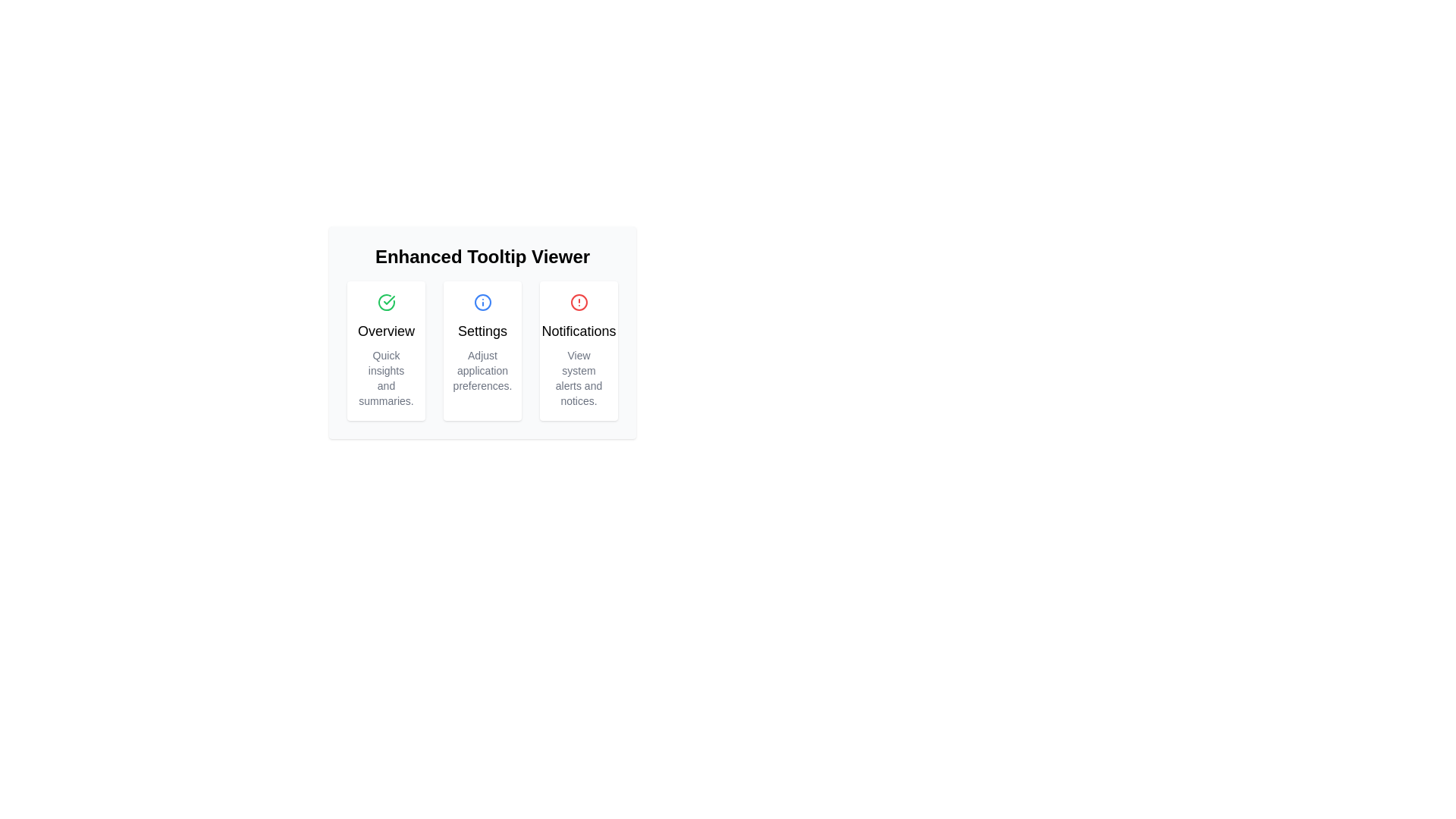  What do you see at coordinates (386, 377) in the screenshot?
I see `text label located at the bottom of the 'Overview' card, which provides a brief description or summary` at bounding box center [386, 377].